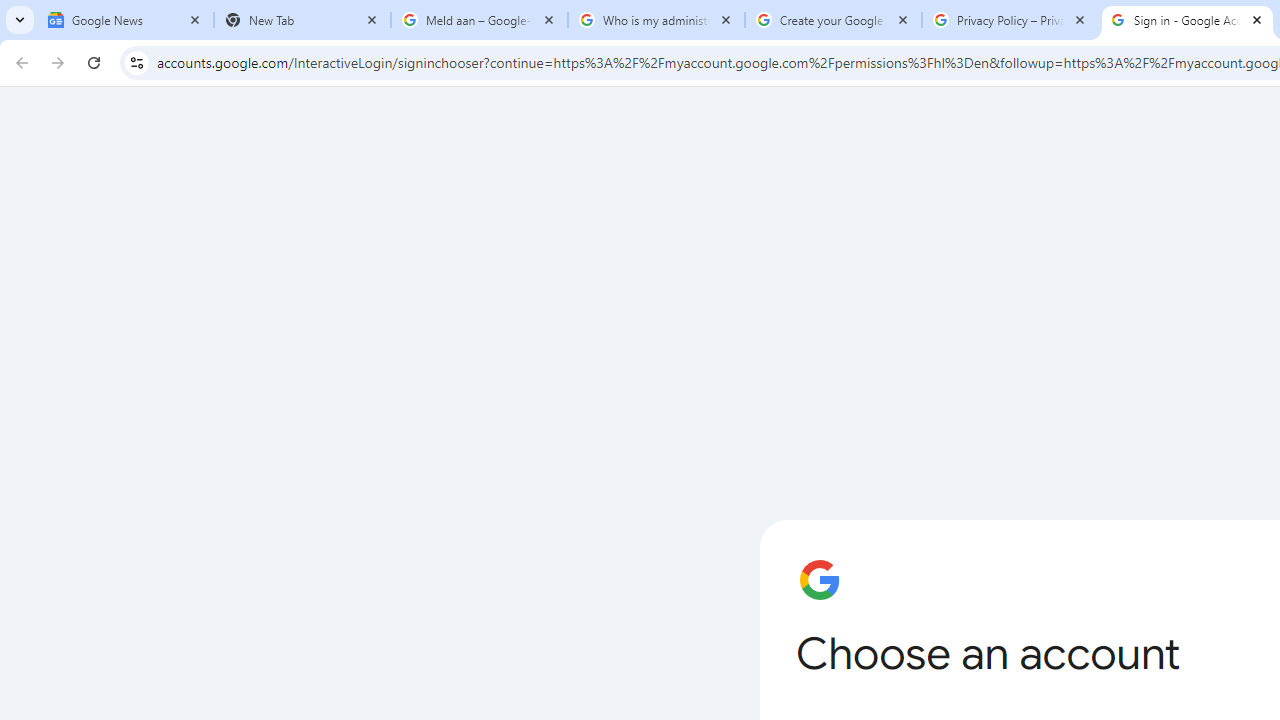  Describe the element at coordinates (656, 20) in the screenshot. I see `'Who is my administrator? - Google Account Help'` at that location.